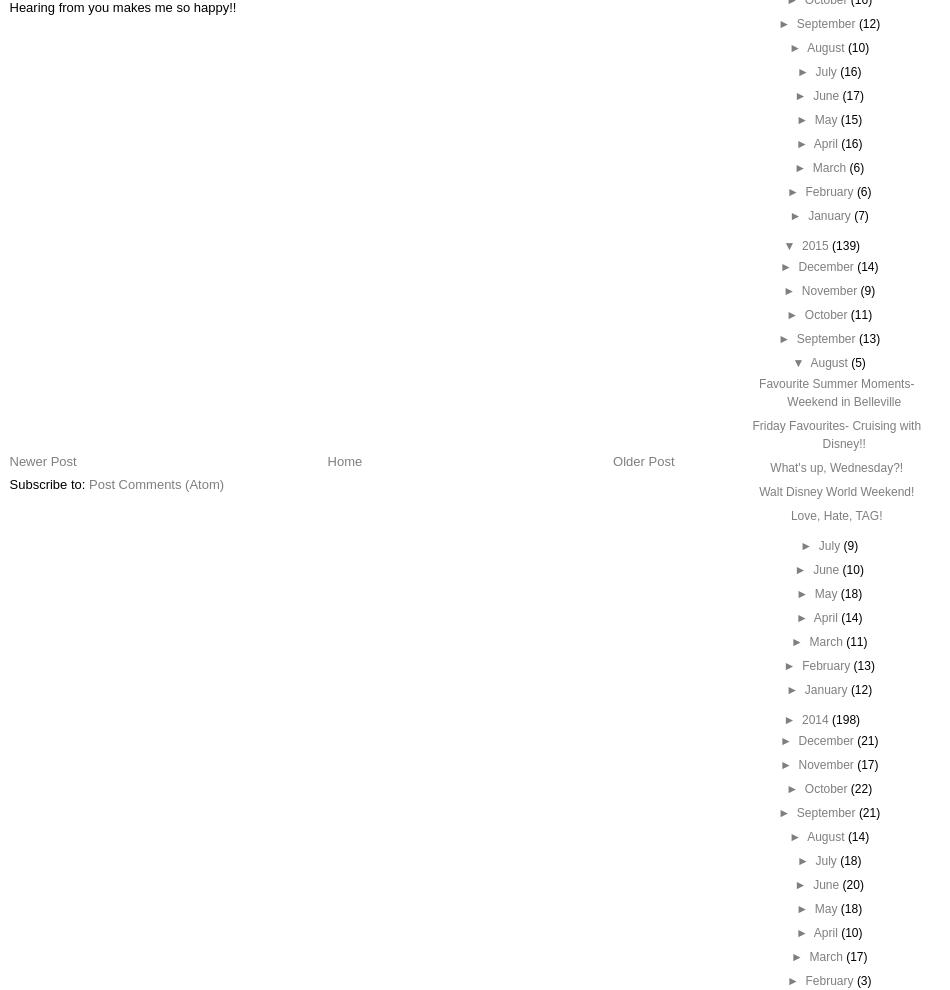 This screenshot has width=950, height=990. What do you see at coordinates (835, 434) in the screenshot?
I see `'Friday Favourites- Cruising with Disney!!'` at bounding box center [835, 434].